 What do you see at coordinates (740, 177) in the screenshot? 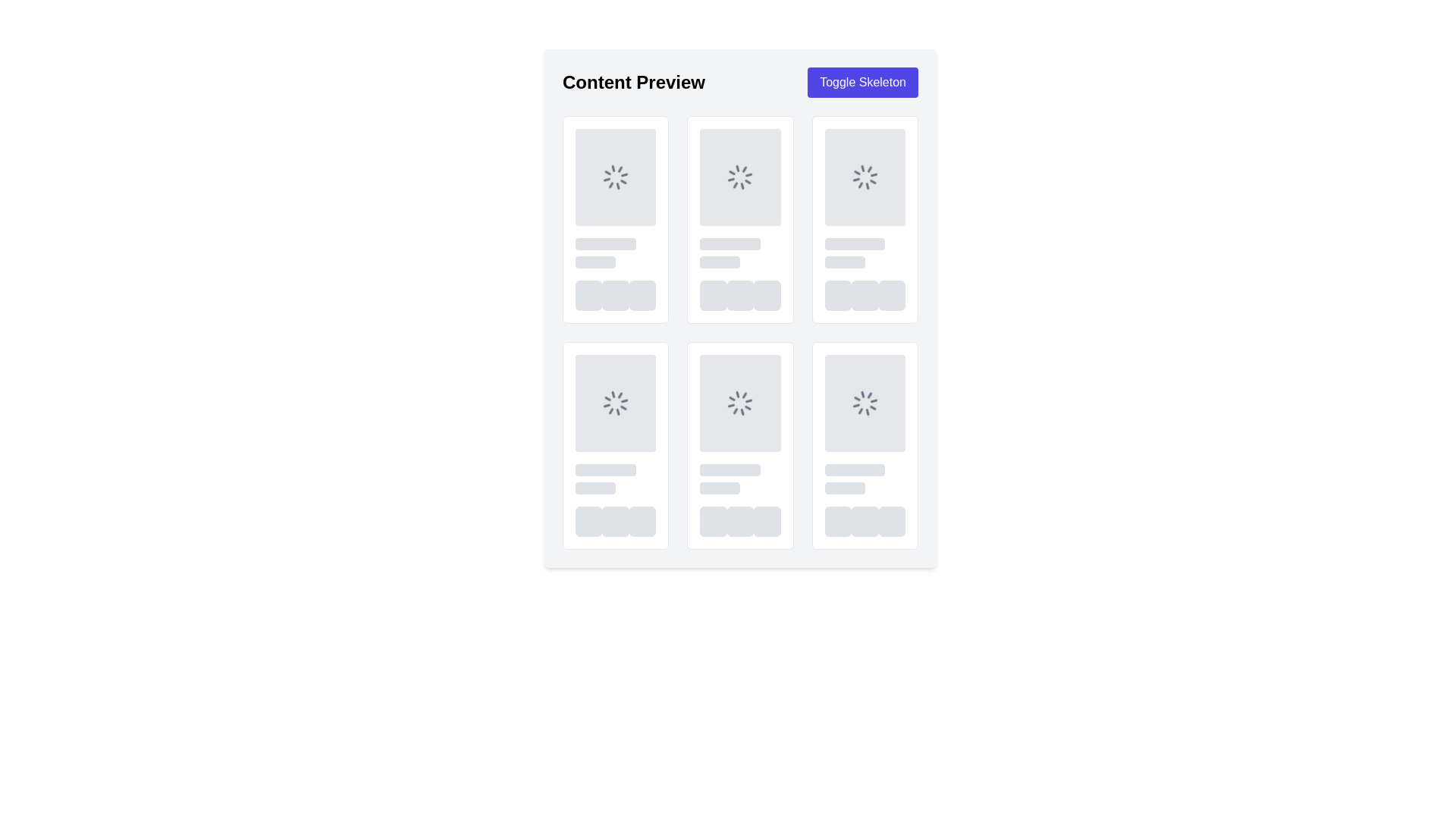
I see `the Loading Placeholder, which visually indicates progress and is located in the second position of the first row within the content preview section` at bounding box center [740, 177].